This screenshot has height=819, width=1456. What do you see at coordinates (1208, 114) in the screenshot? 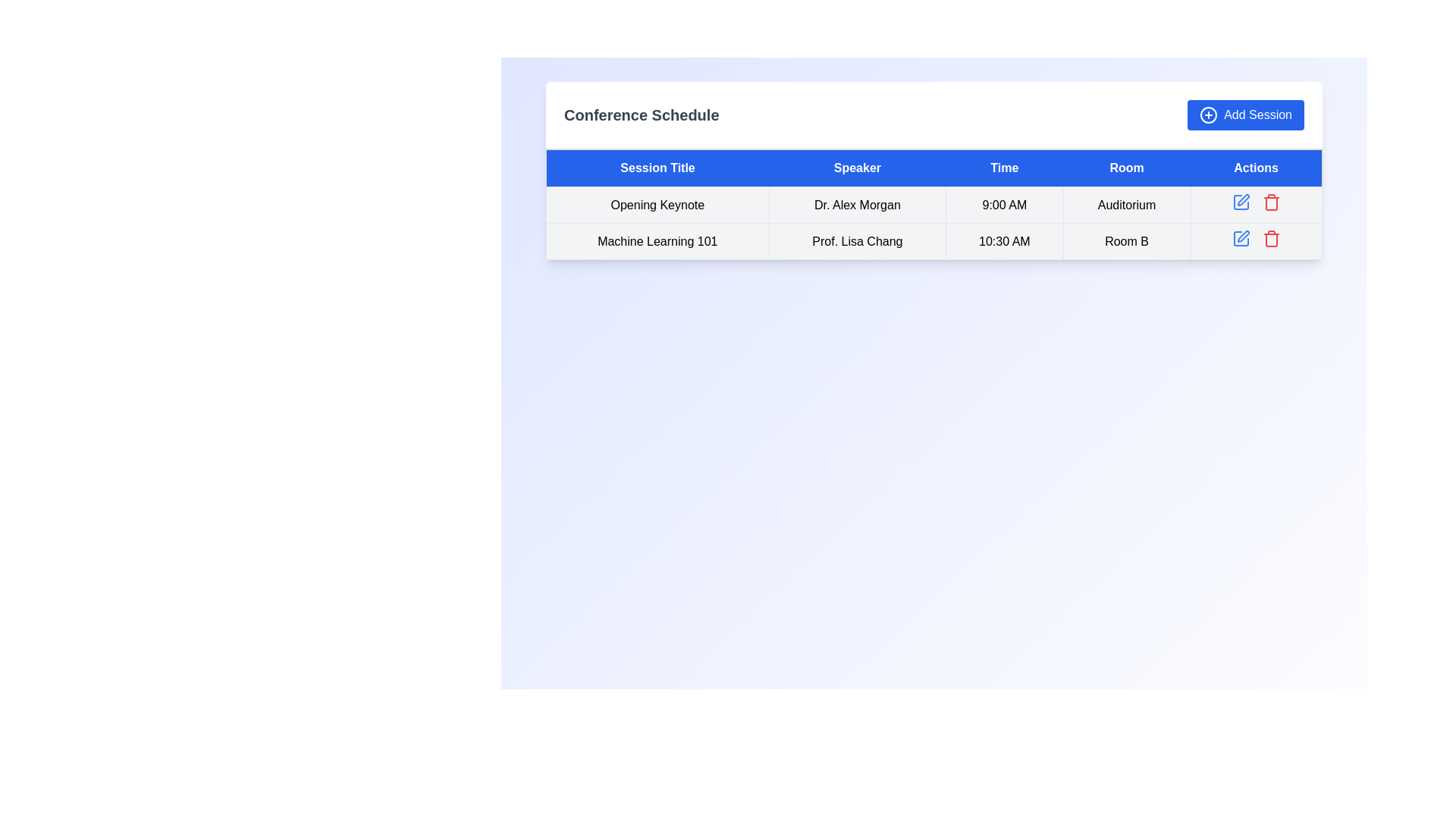
I see `the circle icon representing the 'add' function within the 'Add Session' button, located in the upper-right corner of the interface` at bounding box center [1208, 114].